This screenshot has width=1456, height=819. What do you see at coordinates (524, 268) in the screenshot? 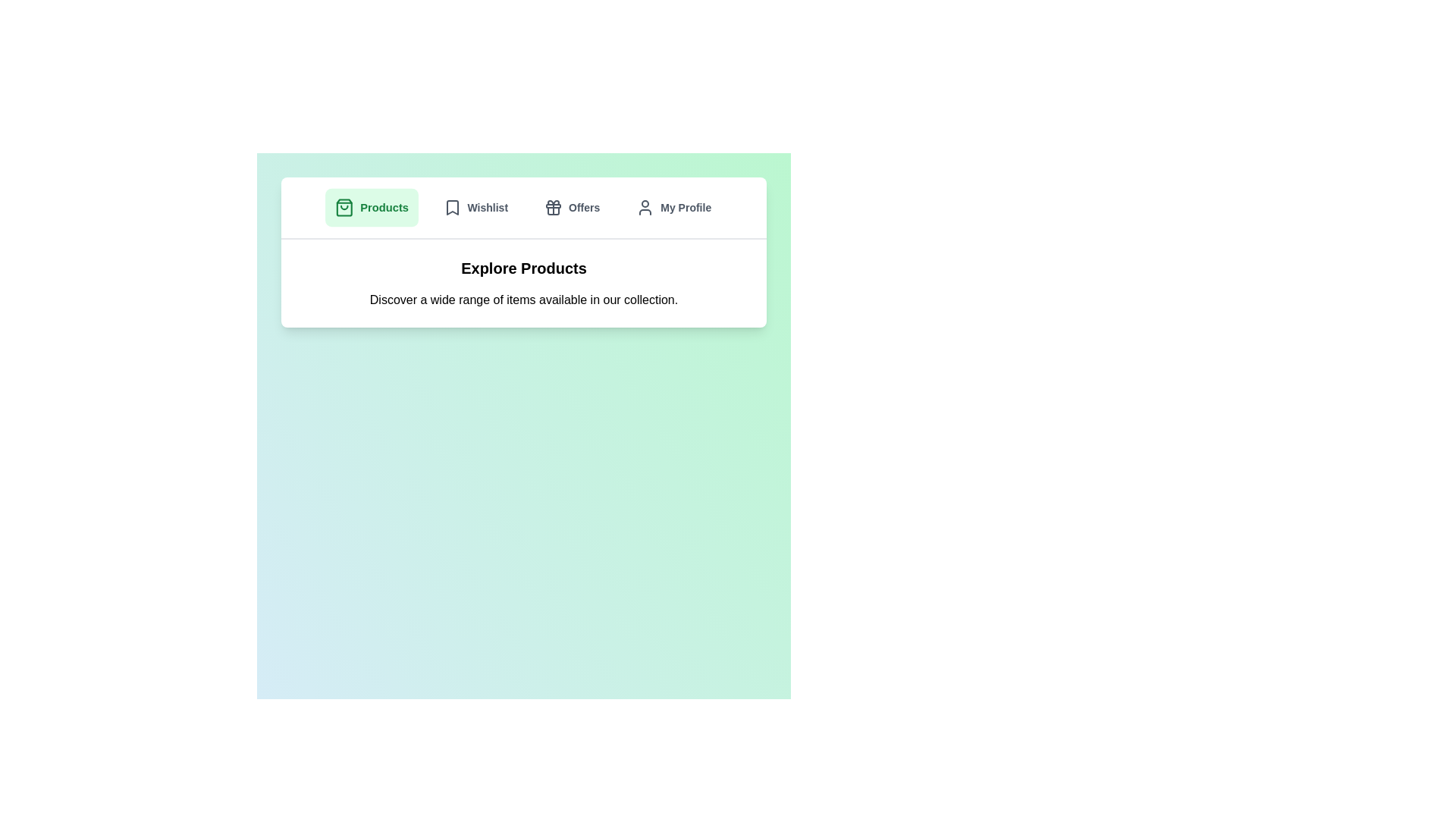
I see `the Static Text Display located centrally above the descriptive text snippet, which serves as a non-interactive title or heading` at bounding box center [524, 268].